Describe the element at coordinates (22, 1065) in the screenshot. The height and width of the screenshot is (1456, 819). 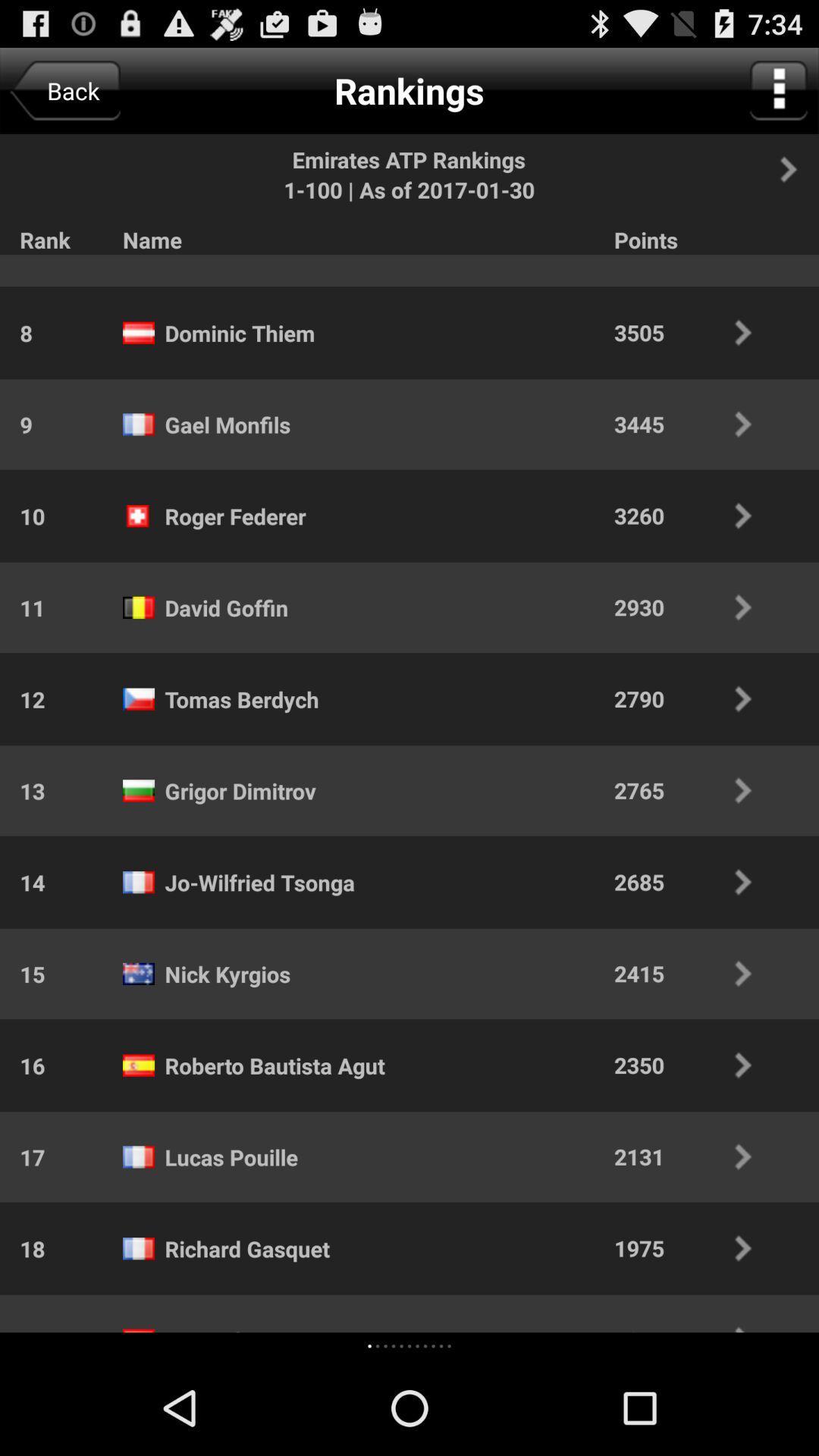
I see `the item above 17 item` at that location.